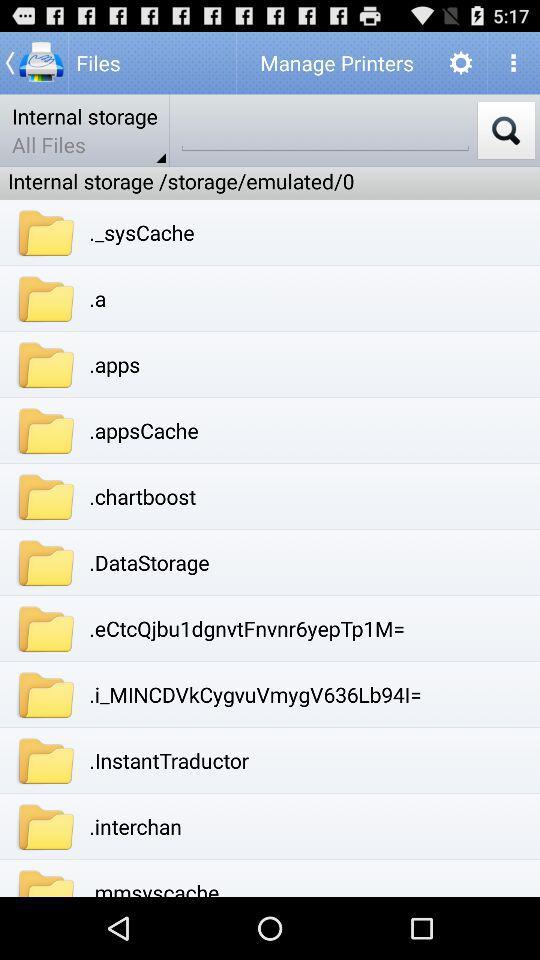  I want to click on app below .apps, so click(143, 430).